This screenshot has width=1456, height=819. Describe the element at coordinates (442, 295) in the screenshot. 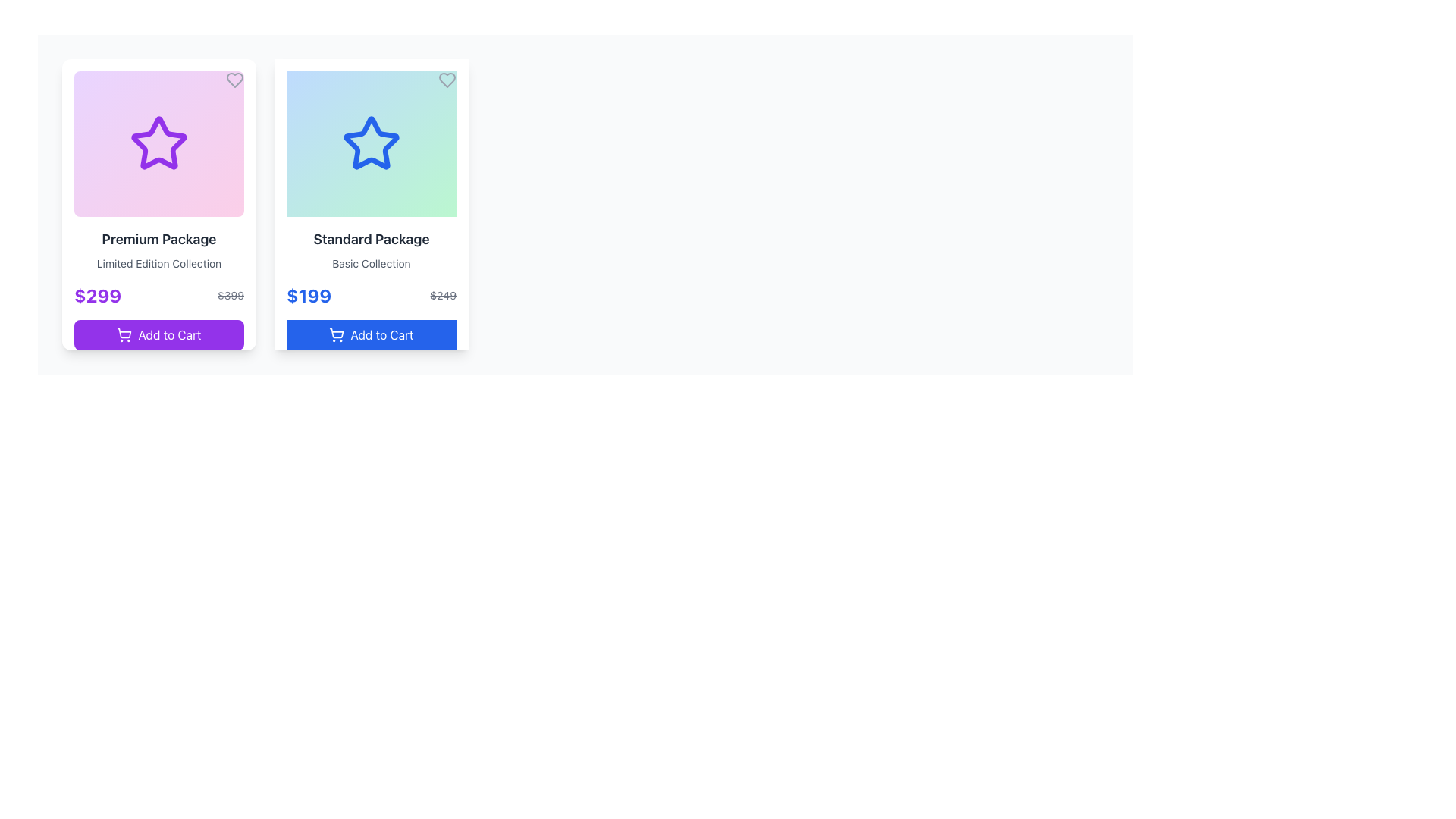

I see `the Price label displaying the struck-through price '$249' in gray color located in the 'Standard Package' card` at that location.